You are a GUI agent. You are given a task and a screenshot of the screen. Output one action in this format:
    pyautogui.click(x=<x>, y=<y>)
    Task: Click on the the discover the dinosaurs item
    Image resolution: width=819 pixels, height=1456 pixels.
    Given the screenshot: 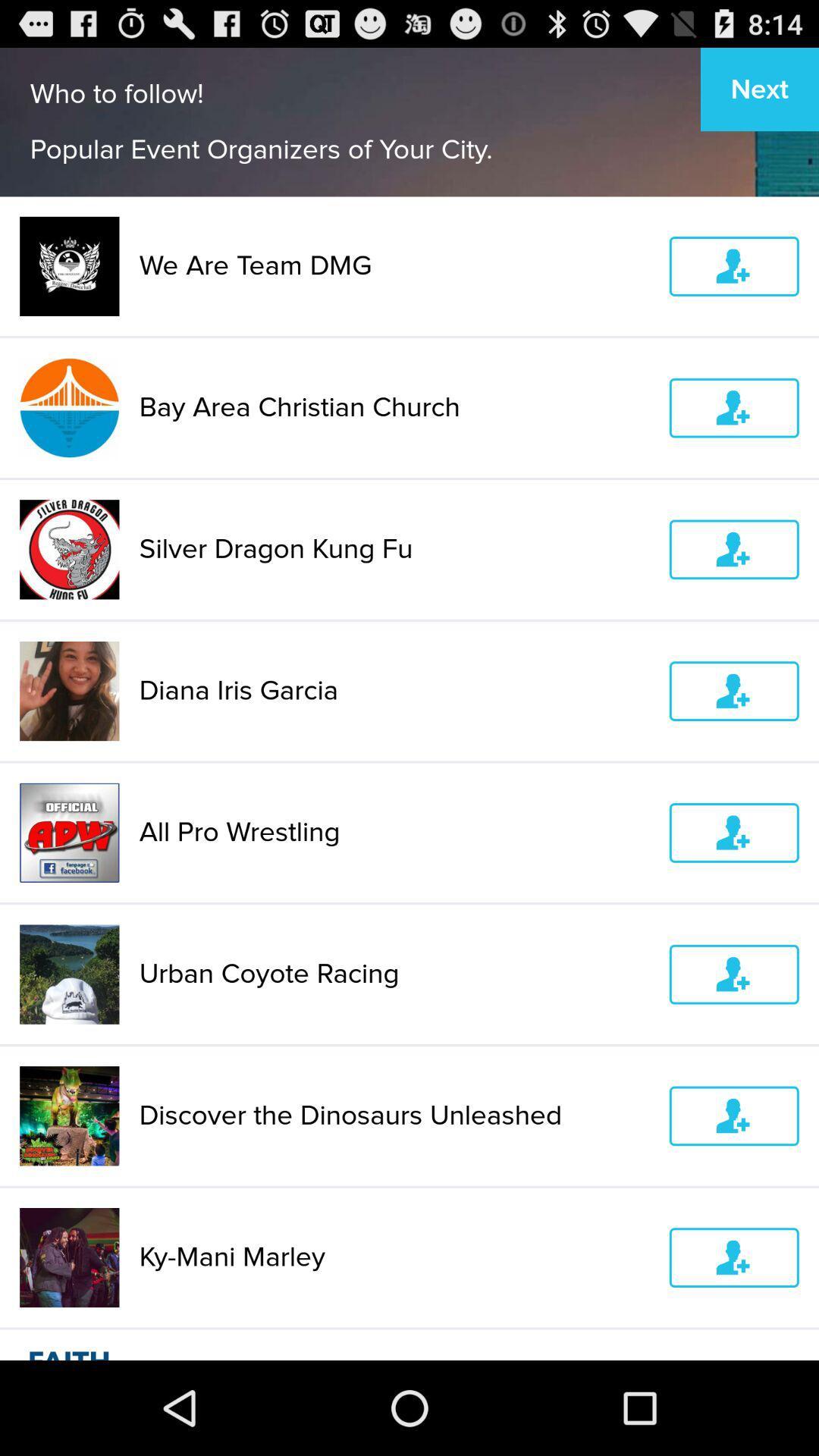 What is the action you would take?
    pyautogui.click(x=394, y=1116)
    